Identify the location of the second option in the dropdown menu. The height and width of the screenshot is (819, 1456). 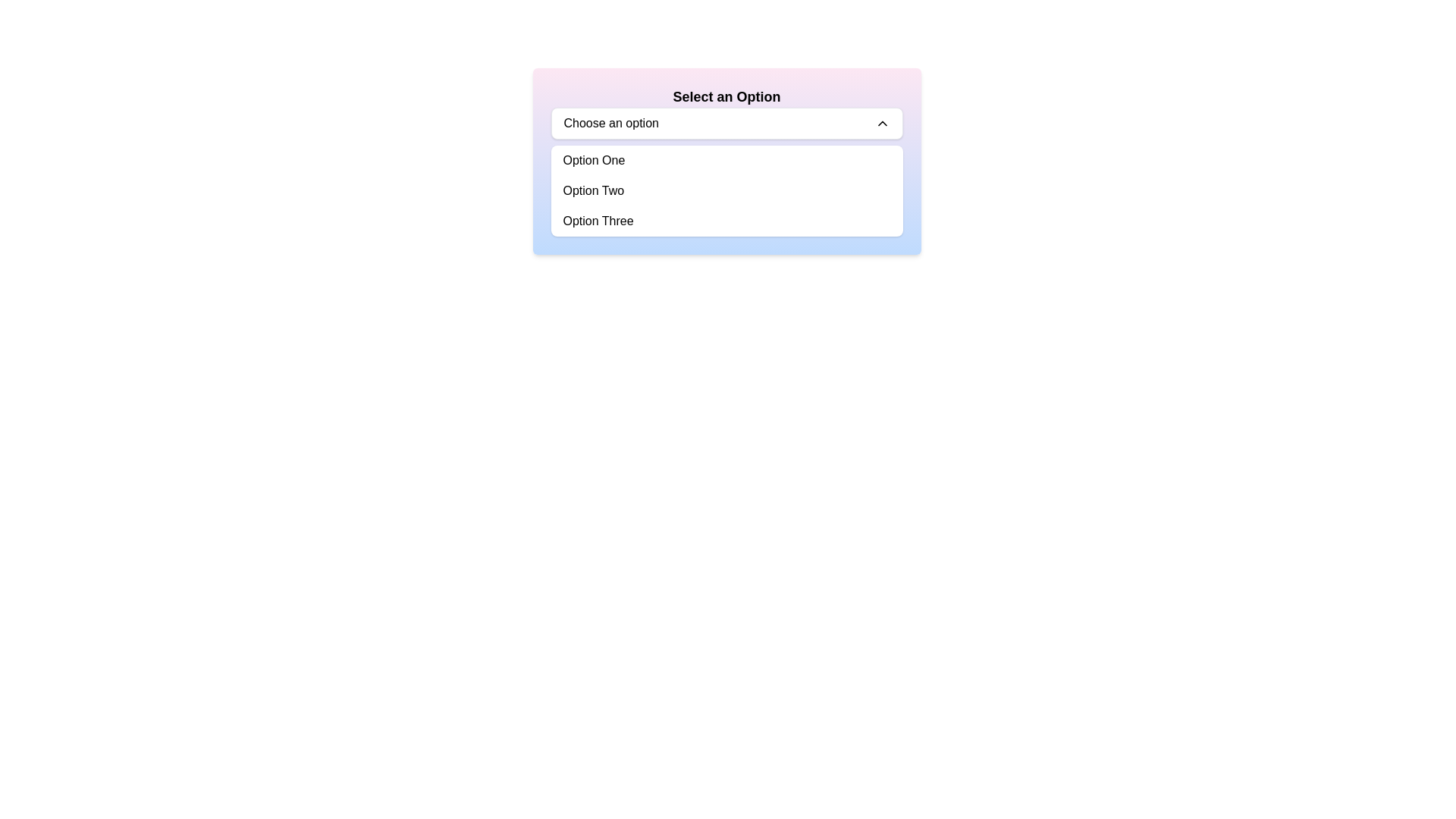
(726, 190).